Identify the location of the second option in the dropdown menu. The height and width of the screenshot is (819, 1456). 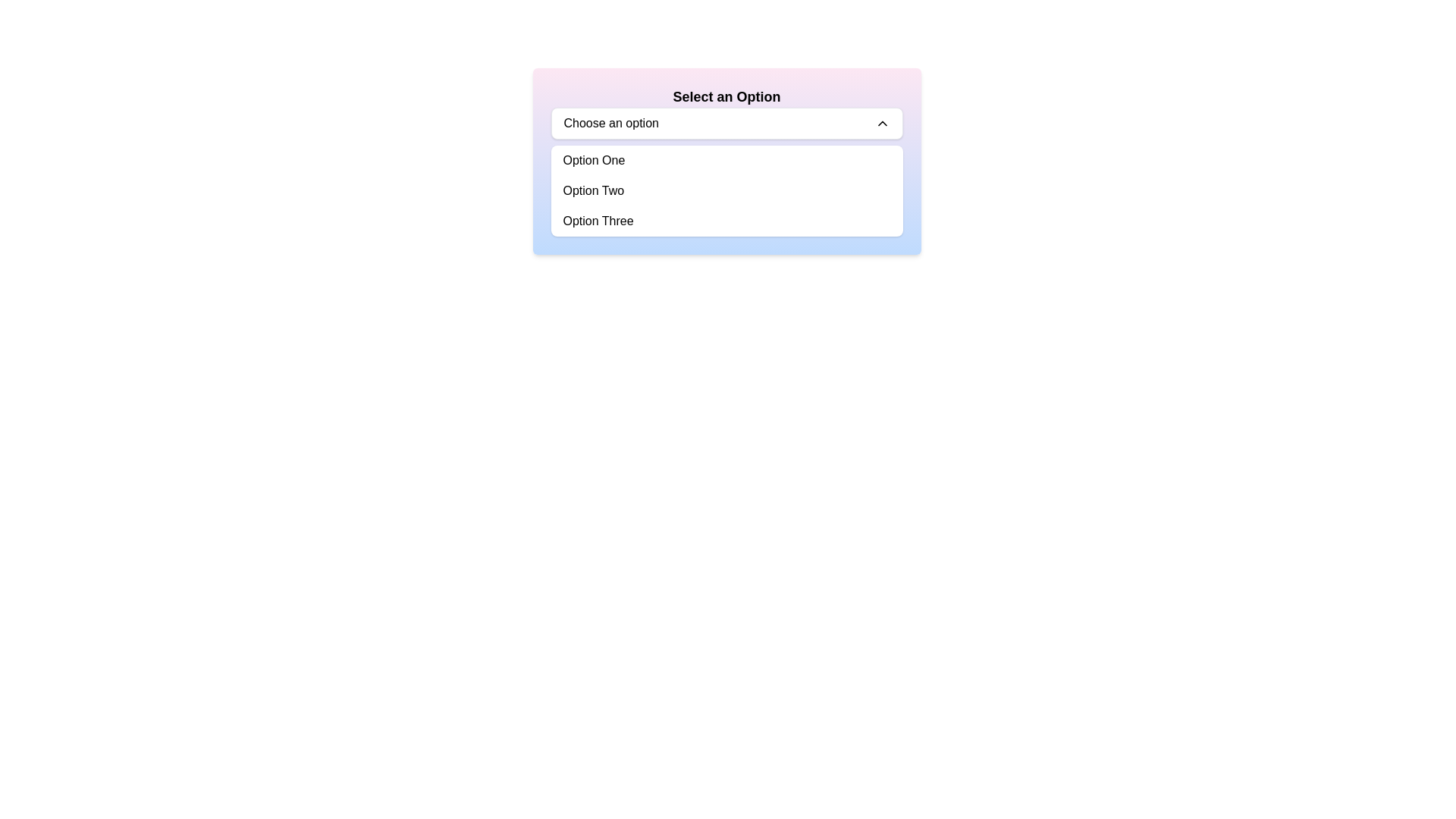
(726, 190).